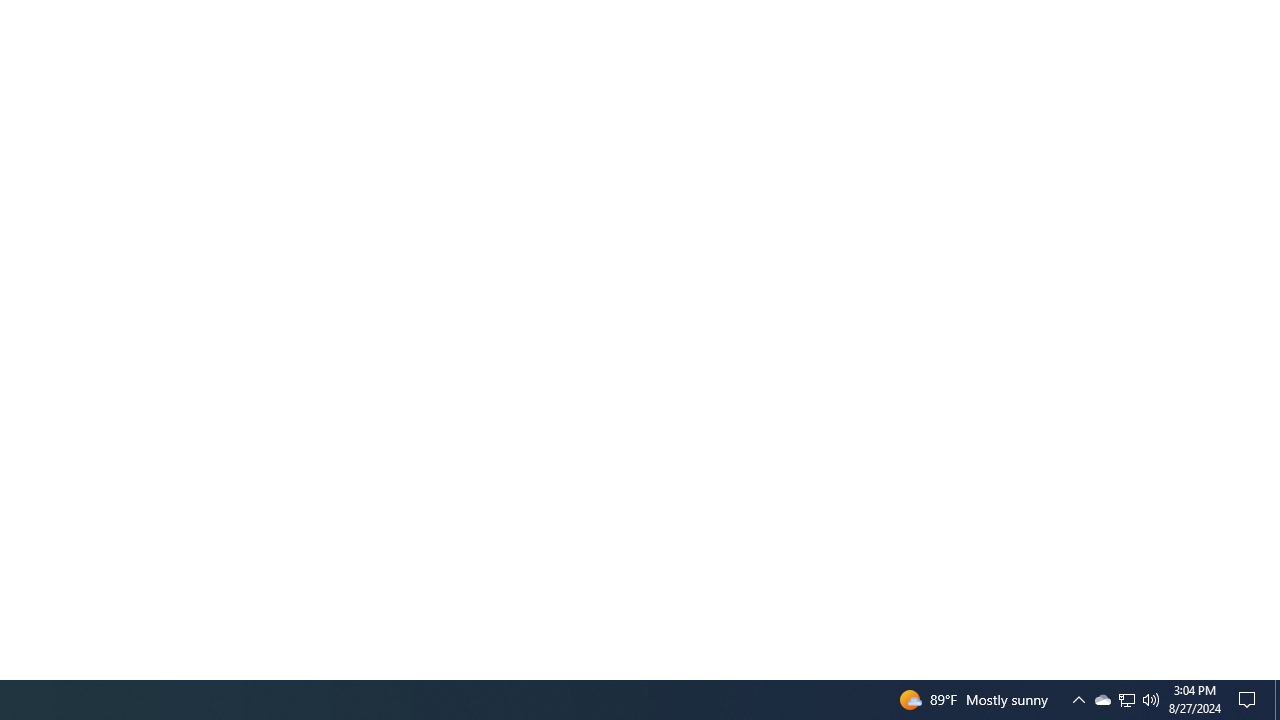 Image resolution: width=1280 pixels, height=720 pixels. What do you see at coordinates (1151, 698) in the screenshot?
I see `'Q2790: 100%'` at bounding box center [1151, 698].